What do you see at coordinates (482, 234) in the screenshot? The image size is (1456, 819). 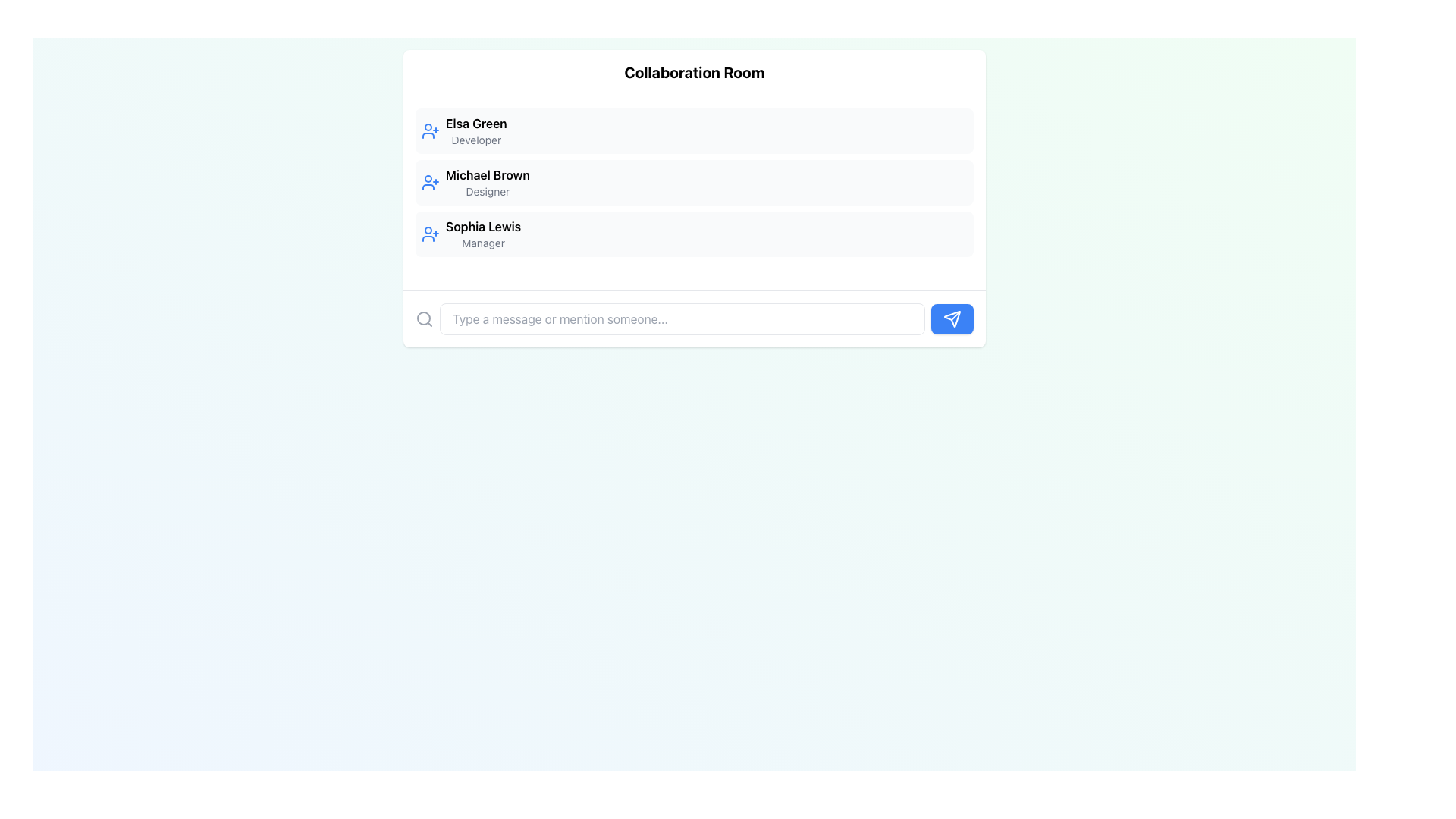 I see `the text block displaying the name 'Sophia Lewis' and the subtitle 'Manager', which is the third item in the vertically arranged list within the 'Collaboration Room' panel` at bounding box center [482, 234].